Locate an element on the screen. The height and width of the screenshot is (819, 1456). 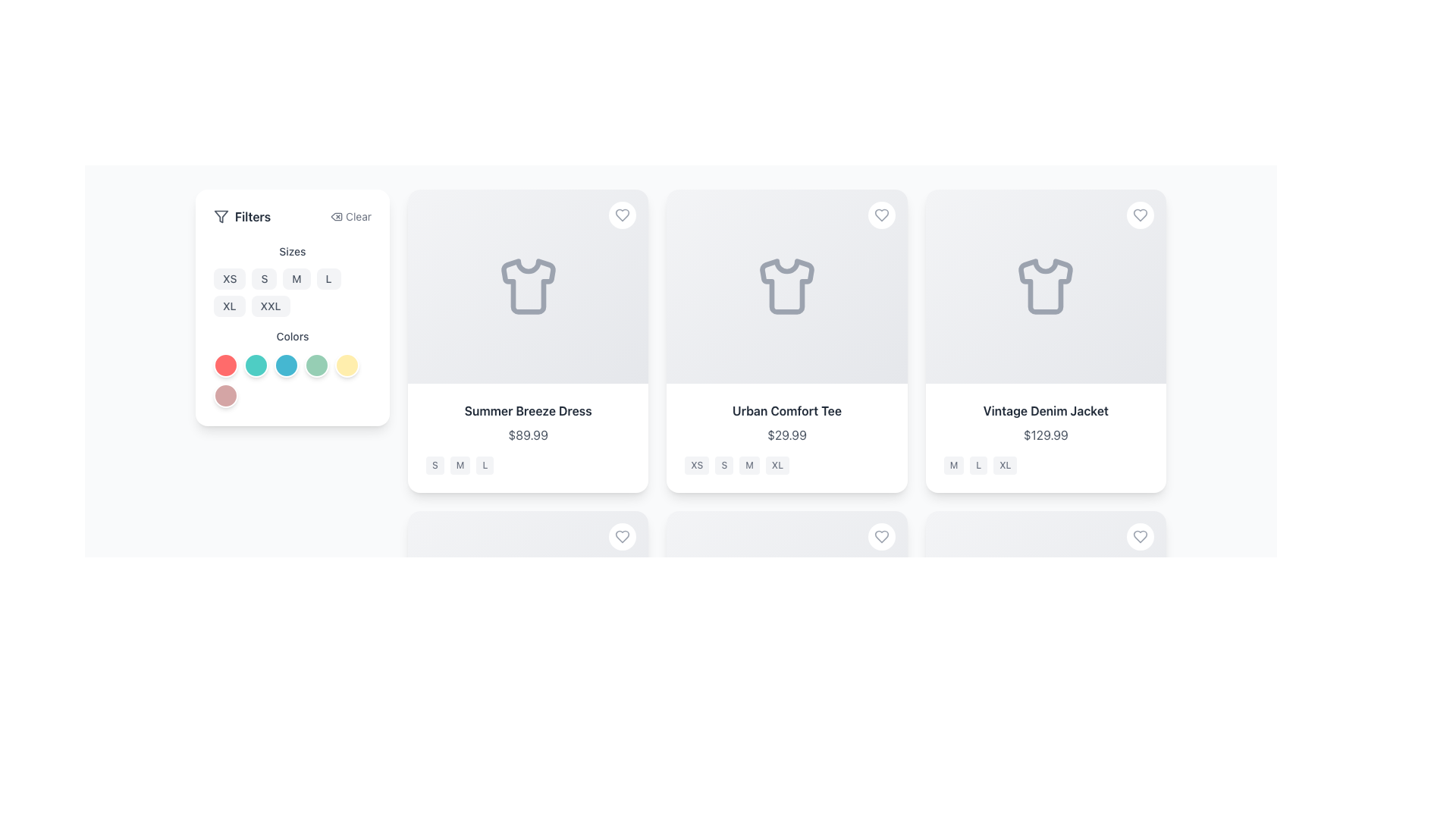
the circular button with a greenish background and a white border located in the 'Colors' filter panel is located at coordinates (315, 366).